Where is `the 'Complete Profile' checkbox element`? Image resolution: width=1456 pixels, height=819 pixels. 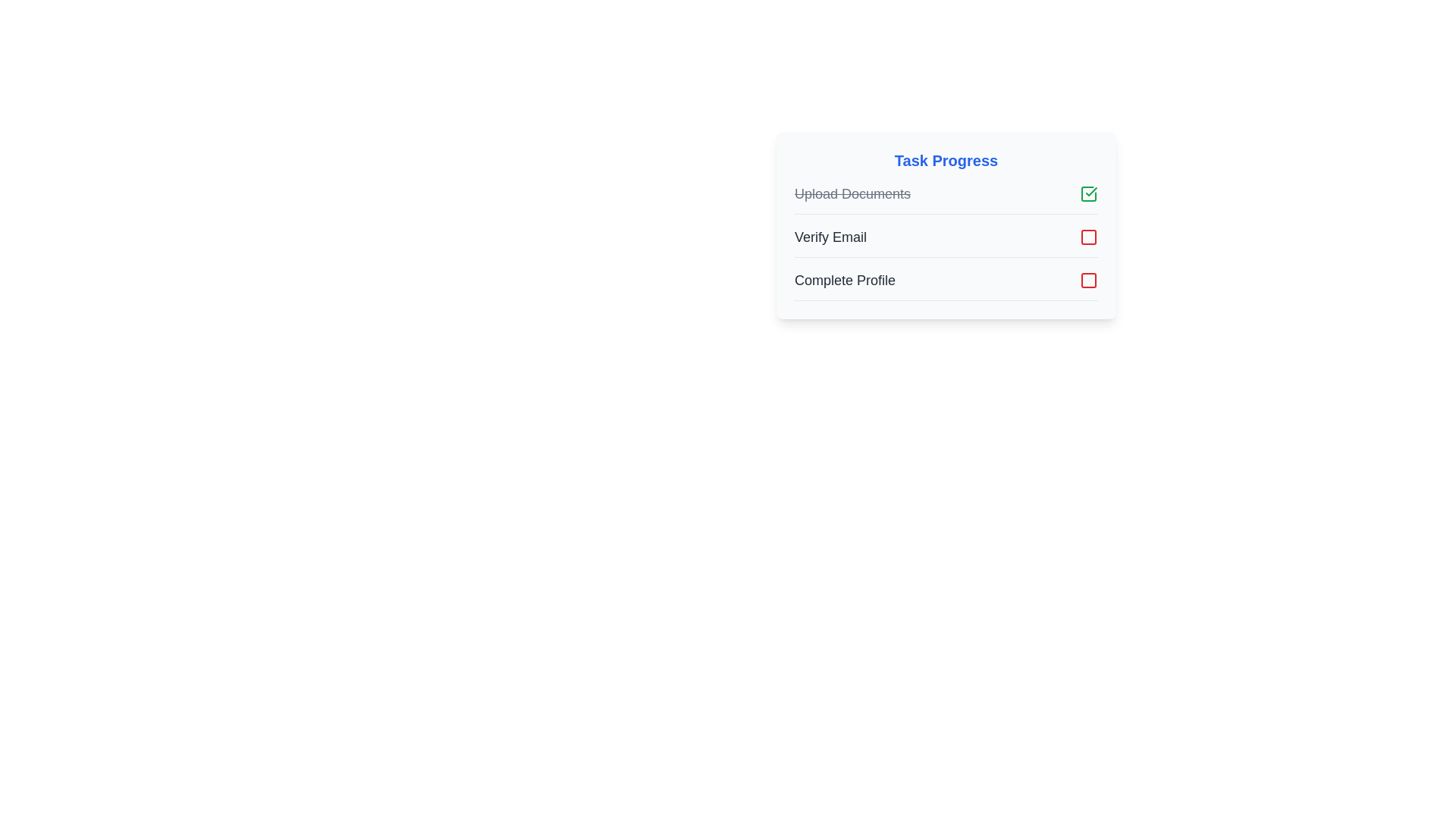
the 'Complete Profile' checkbox element is located at coordinates (946, 285).